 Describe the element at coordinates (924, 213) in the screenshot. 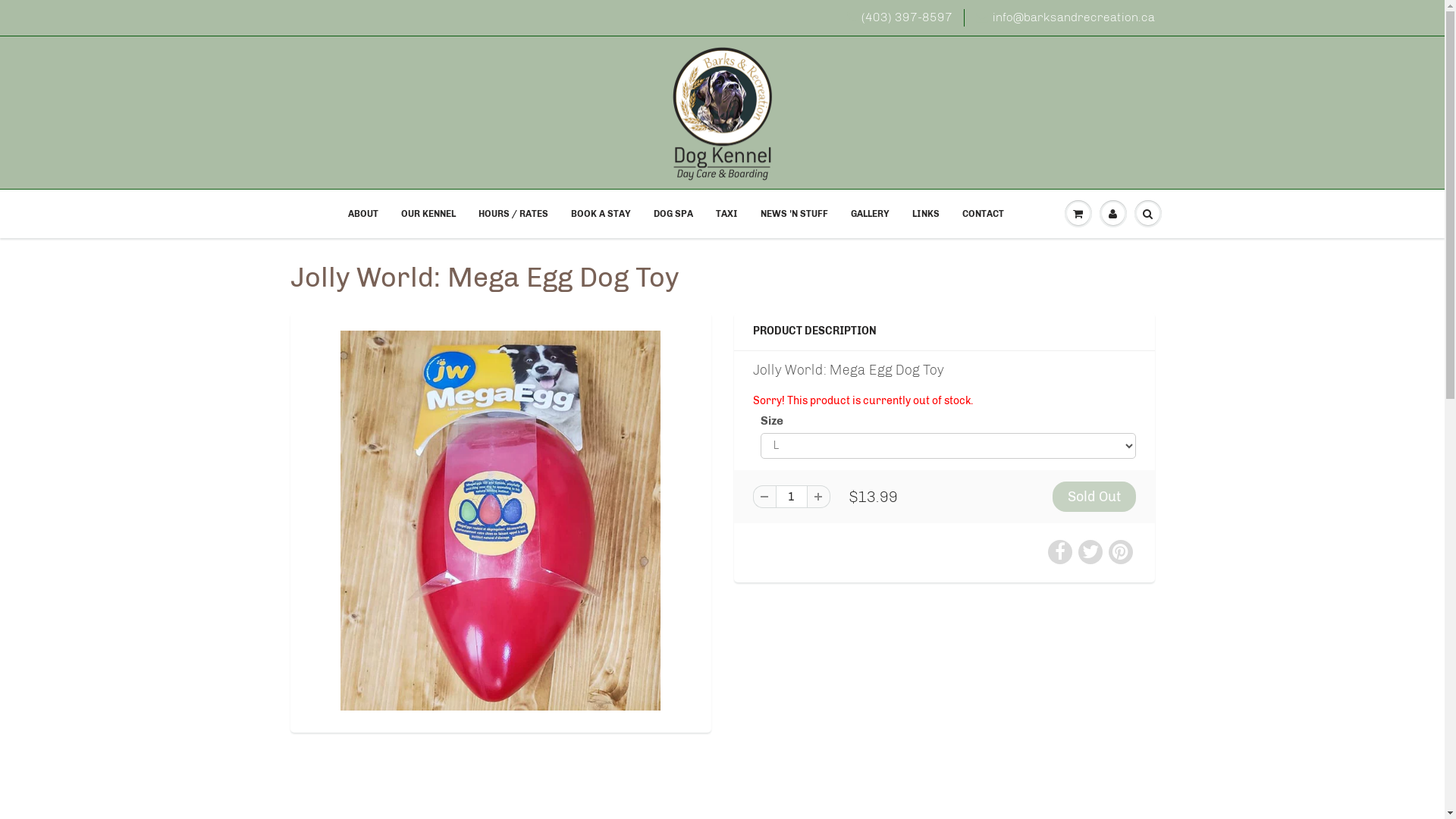

I see `'LINKS'` at that location.